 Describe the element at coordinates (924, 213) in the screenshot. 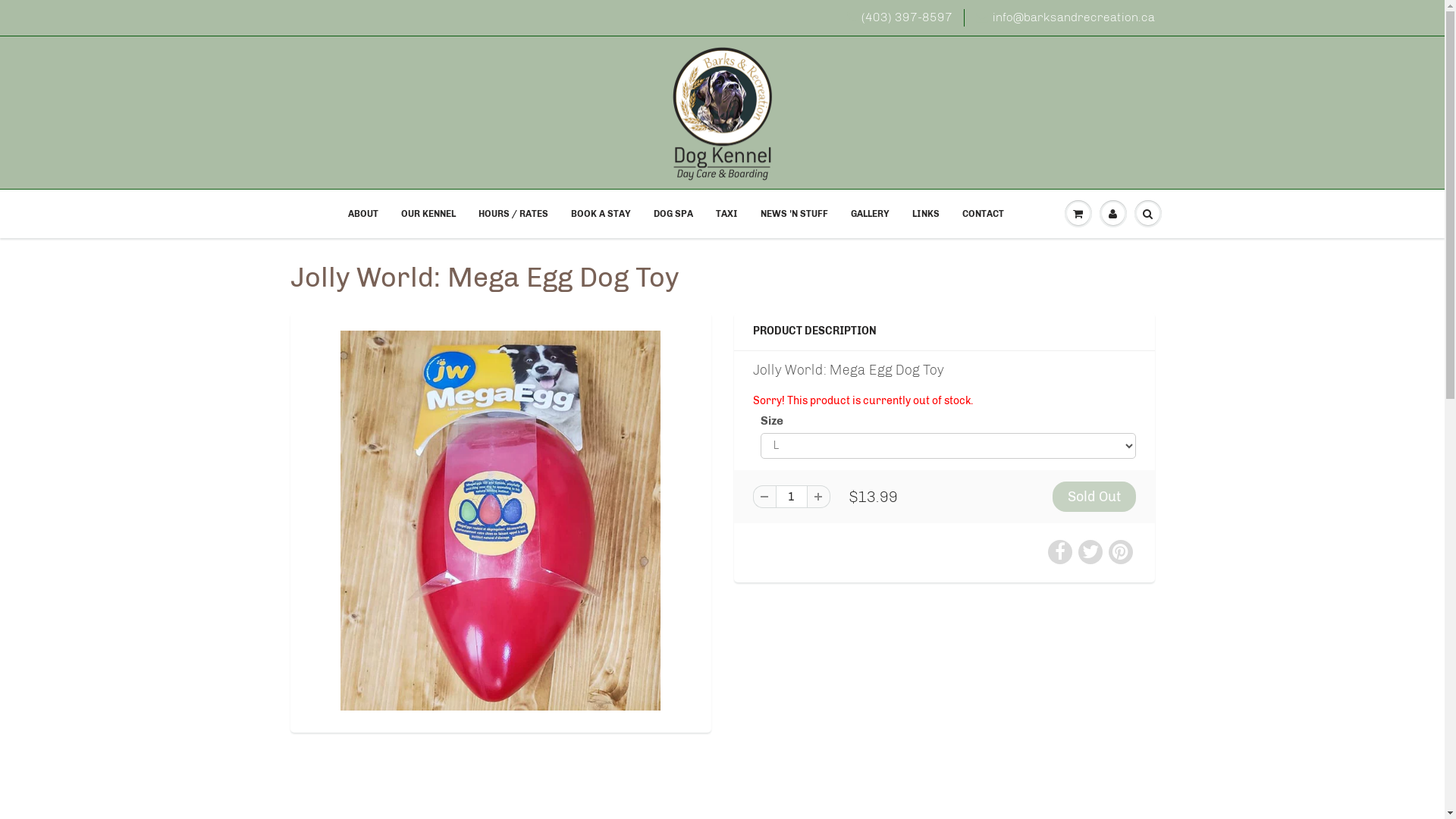

I see `'LINKS'` at that location.